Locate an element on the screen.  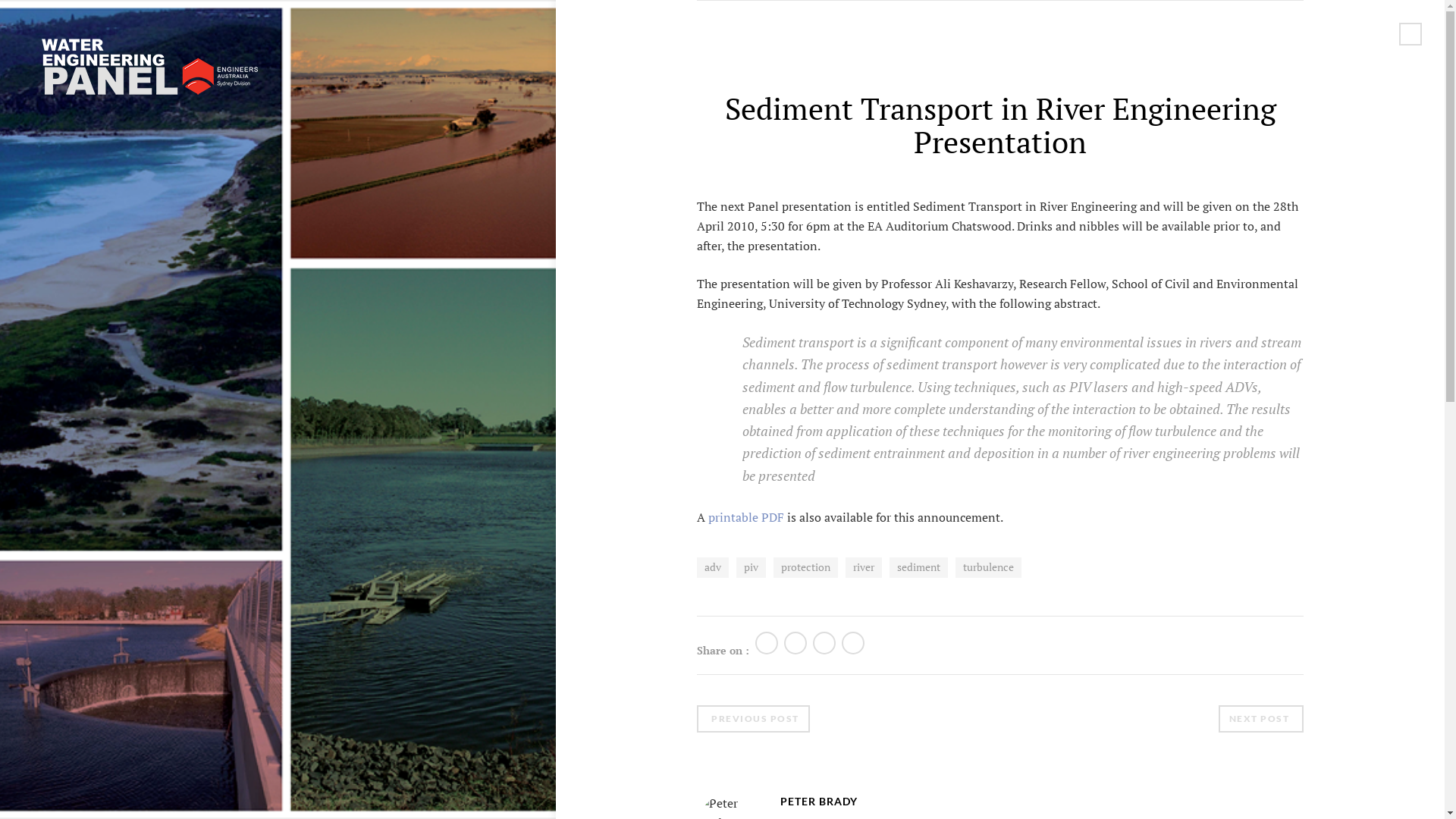
'Dinner' is located at coordinates (1236, 723).